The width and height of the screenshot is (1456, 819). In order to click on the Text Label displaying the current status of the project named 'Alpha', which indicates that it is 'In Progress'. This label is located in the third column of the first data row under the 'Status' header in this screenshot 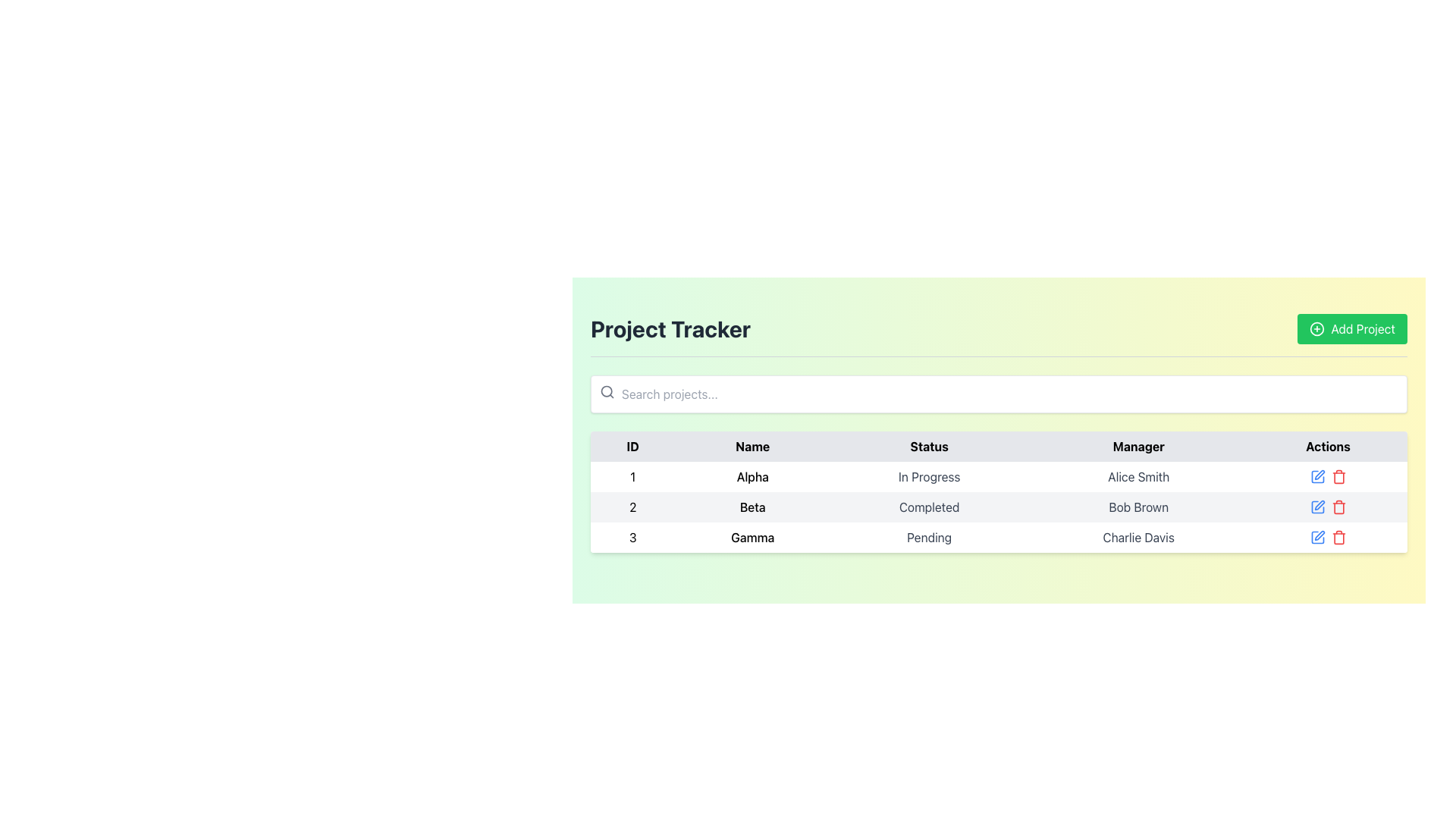, I will do `click(928, 475)`.